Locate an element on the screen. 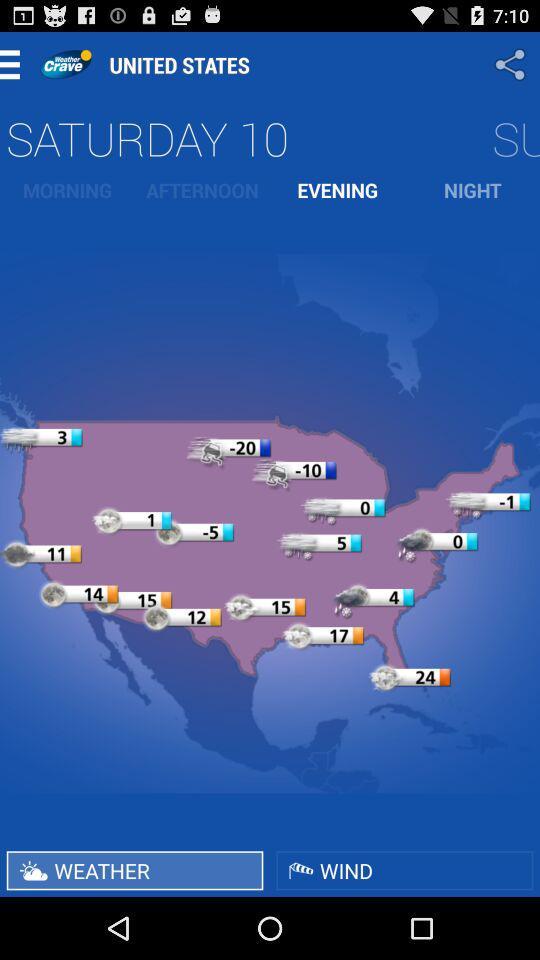 This screenshot has width=540, height=960. app to the right of the united states app is located at coordinates (512, 64).